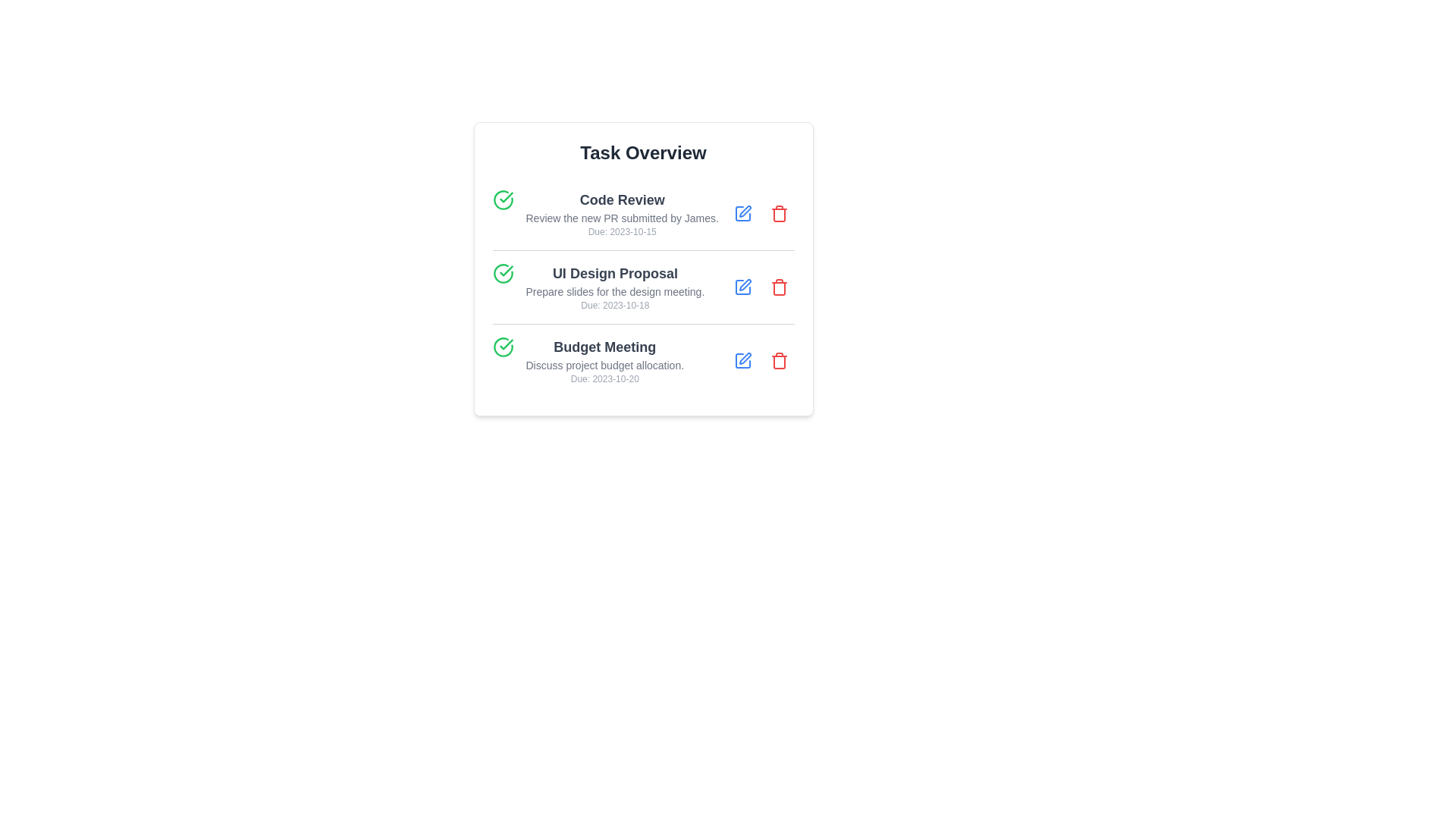 The height and width of the screenshot is (819, 1456). I want to click on the checkmark icon for the task titled 'Code Review' to mark it as completed, so click(503, 199).